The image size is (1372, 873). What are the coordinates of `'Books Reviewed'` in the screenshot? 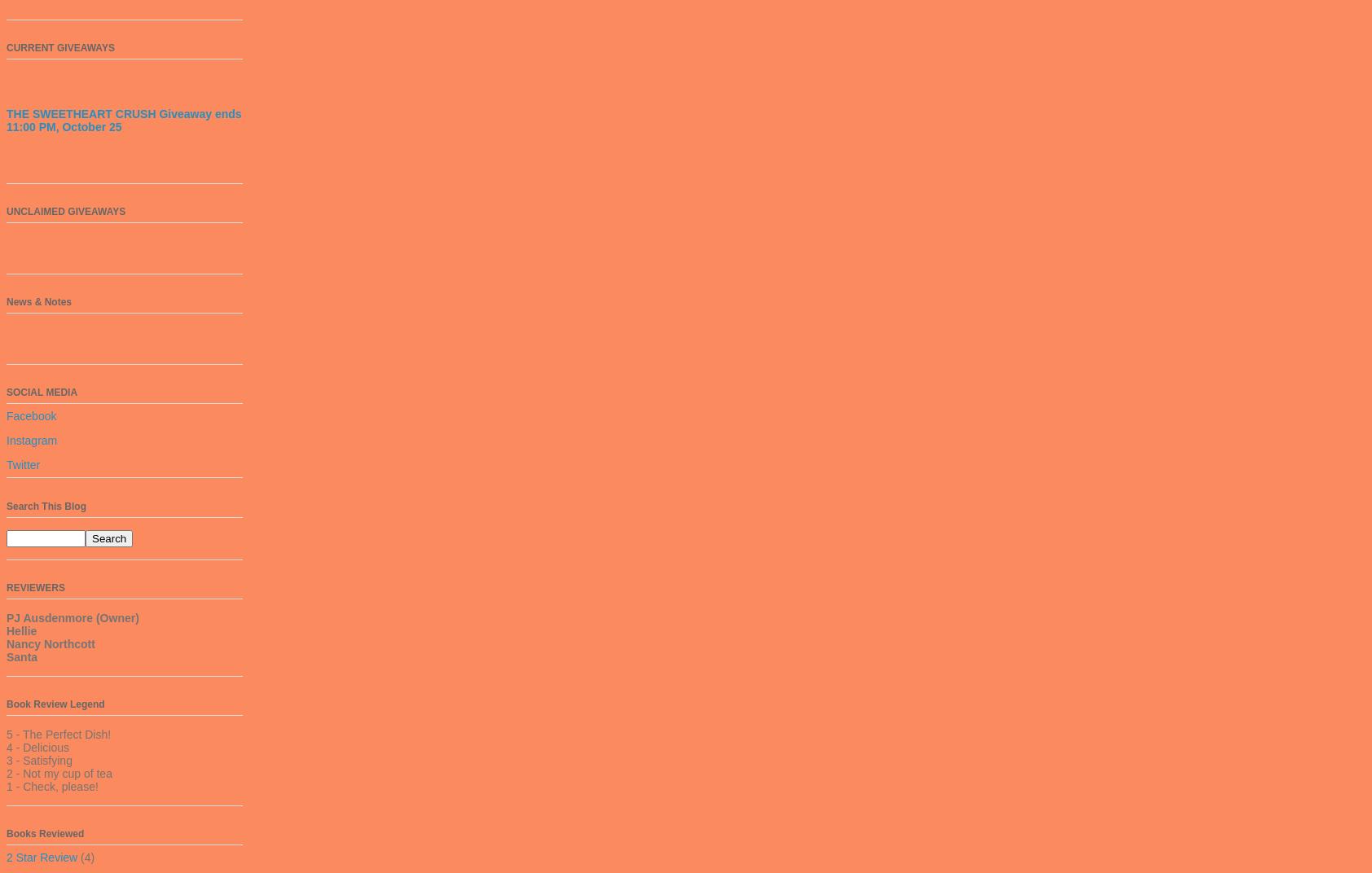 It's located at (44, 833).